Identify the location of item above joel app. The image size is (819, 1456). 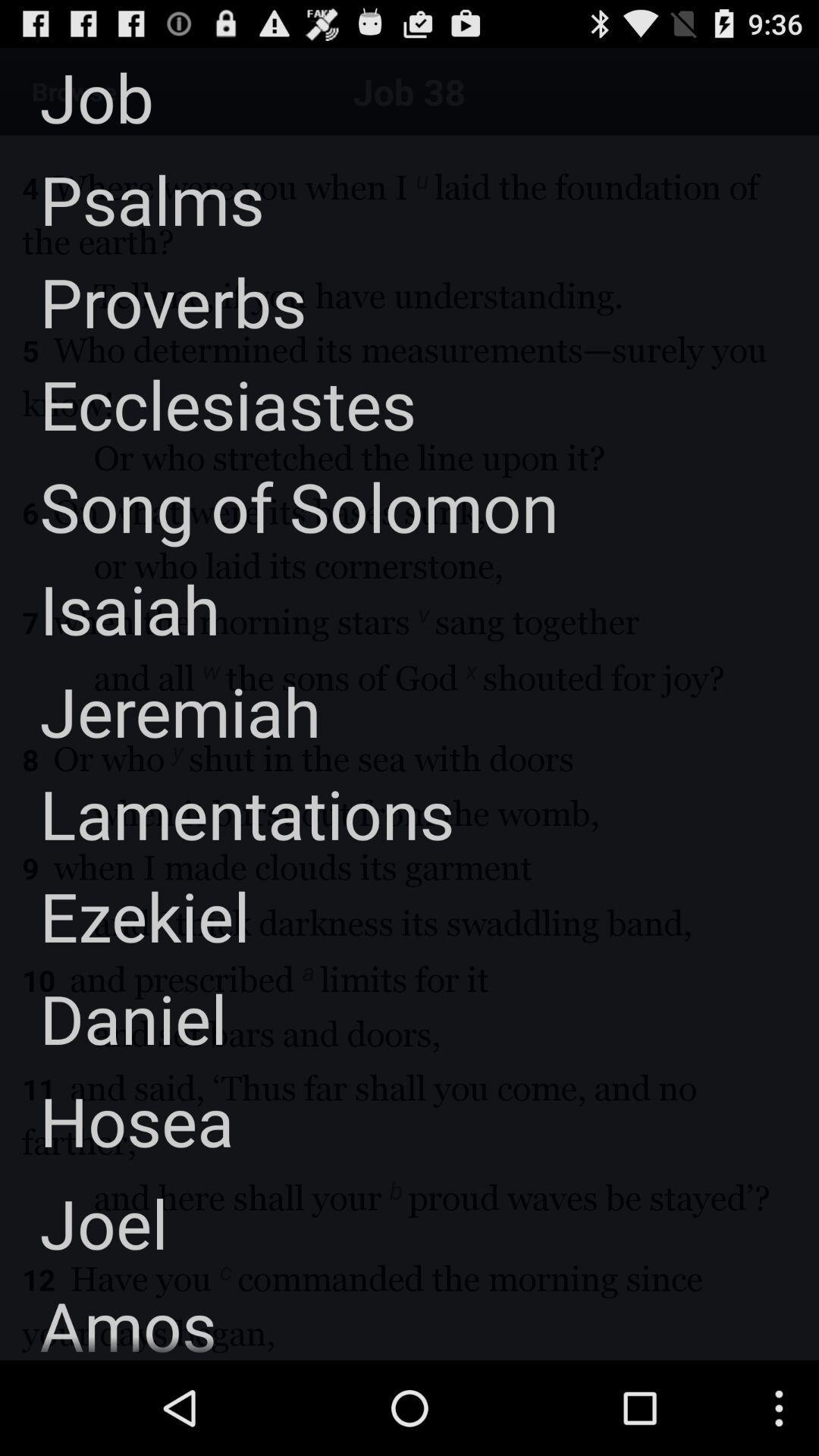
(116, 1120).